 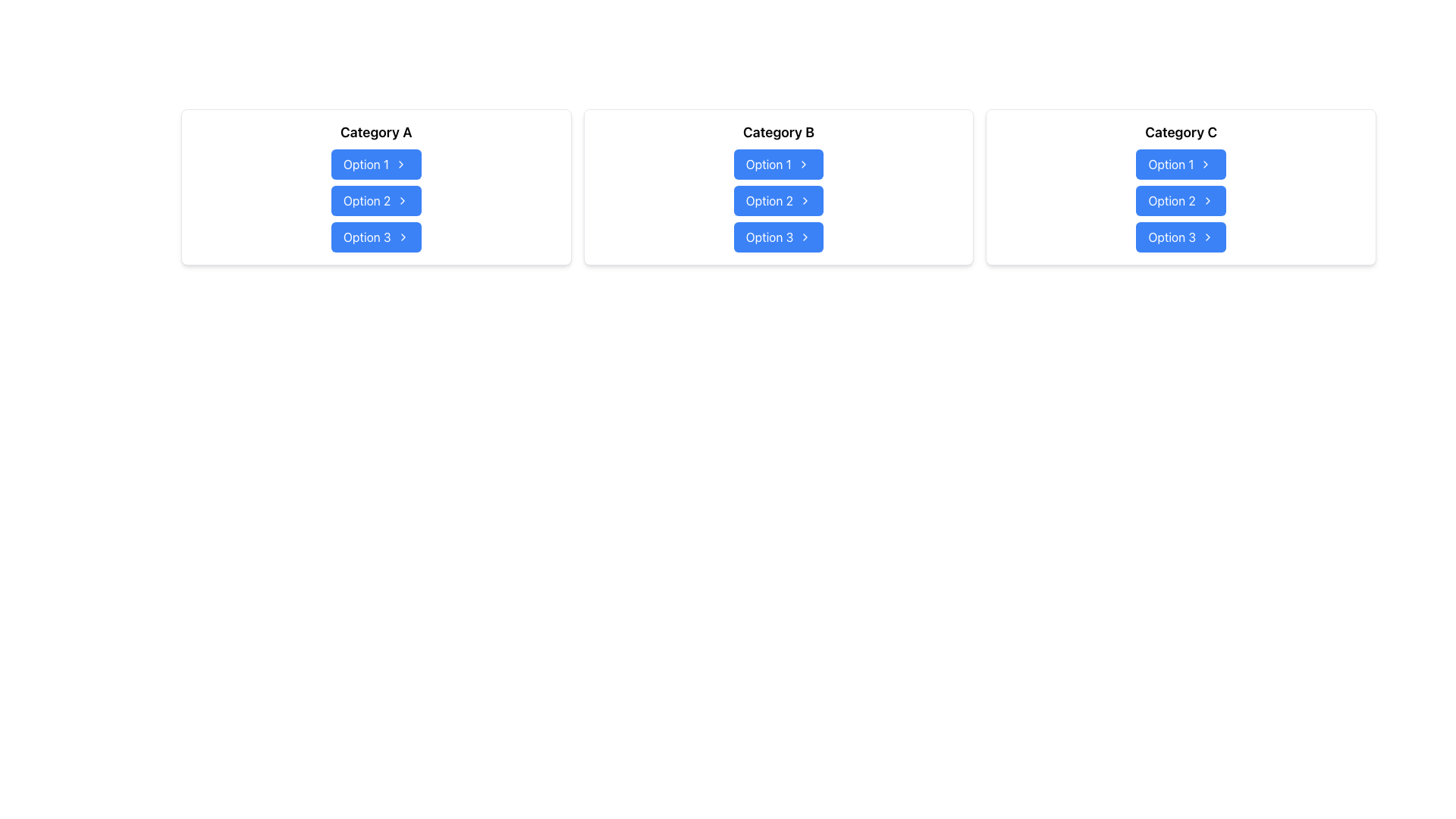 What do you see at coordinates (376, 237) in the screenshot?
I see `the 'Option 3' button with a blue background and white text` at bounding box center [376, 237].